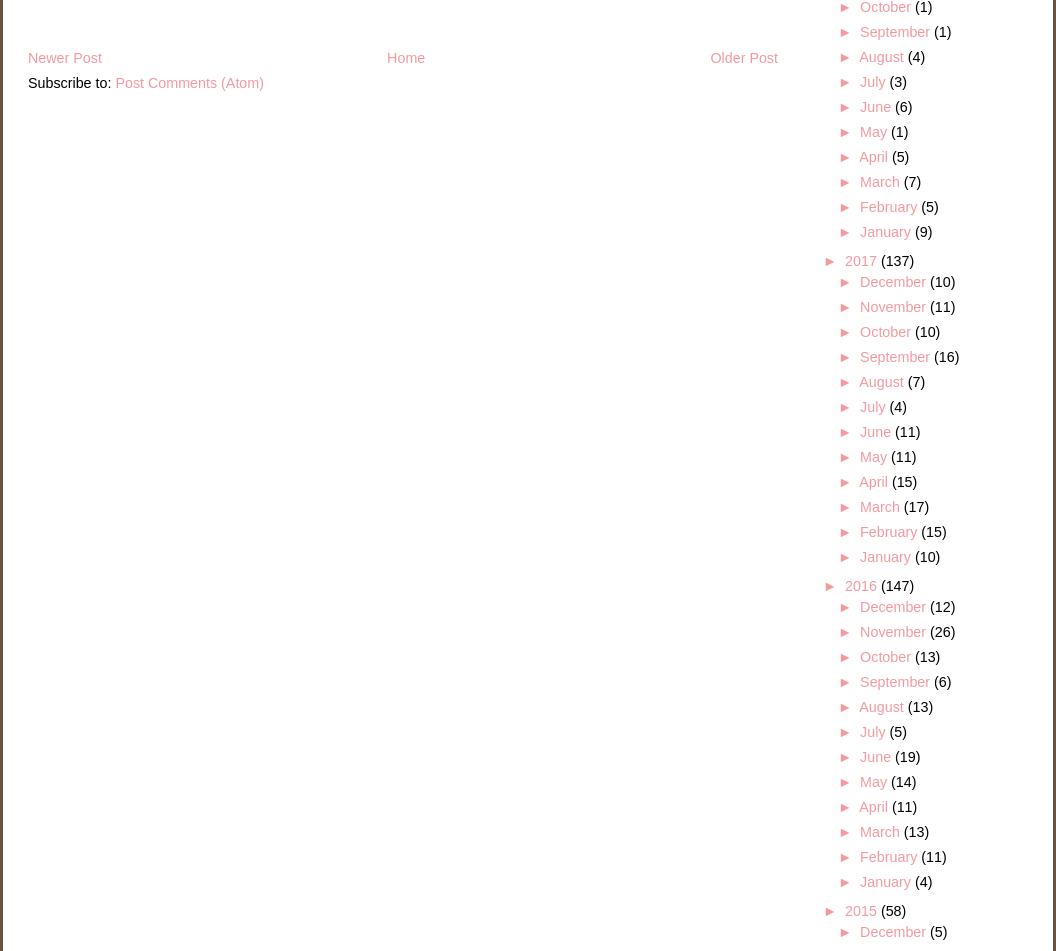 The image size is (1056, 951). I want to click on '(147)', so click(895, 583).